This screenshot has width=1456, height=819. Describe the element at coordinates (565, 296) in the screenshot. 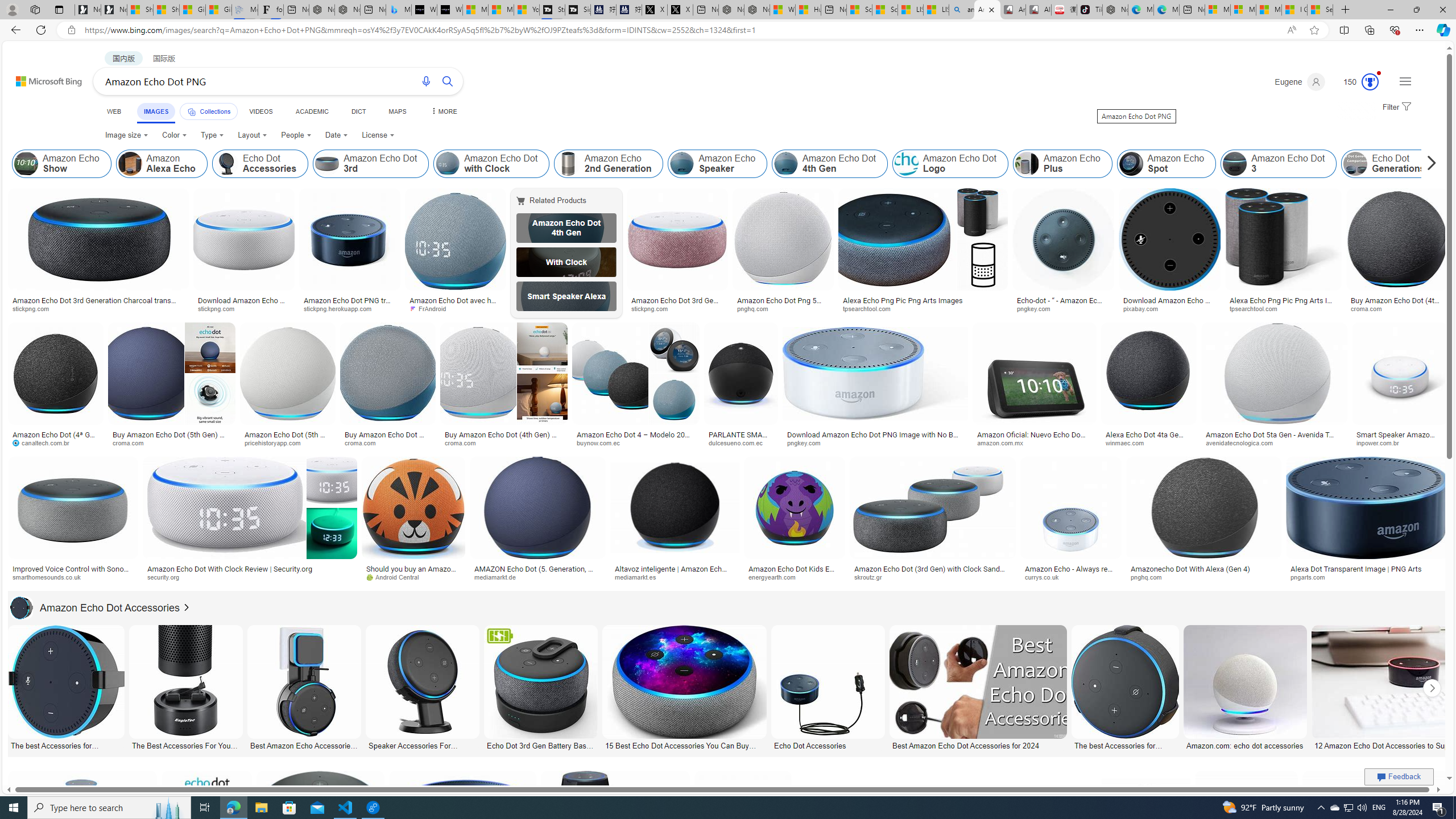

I see `'Smart Speaker Alexa Echo Dot'` at that location.